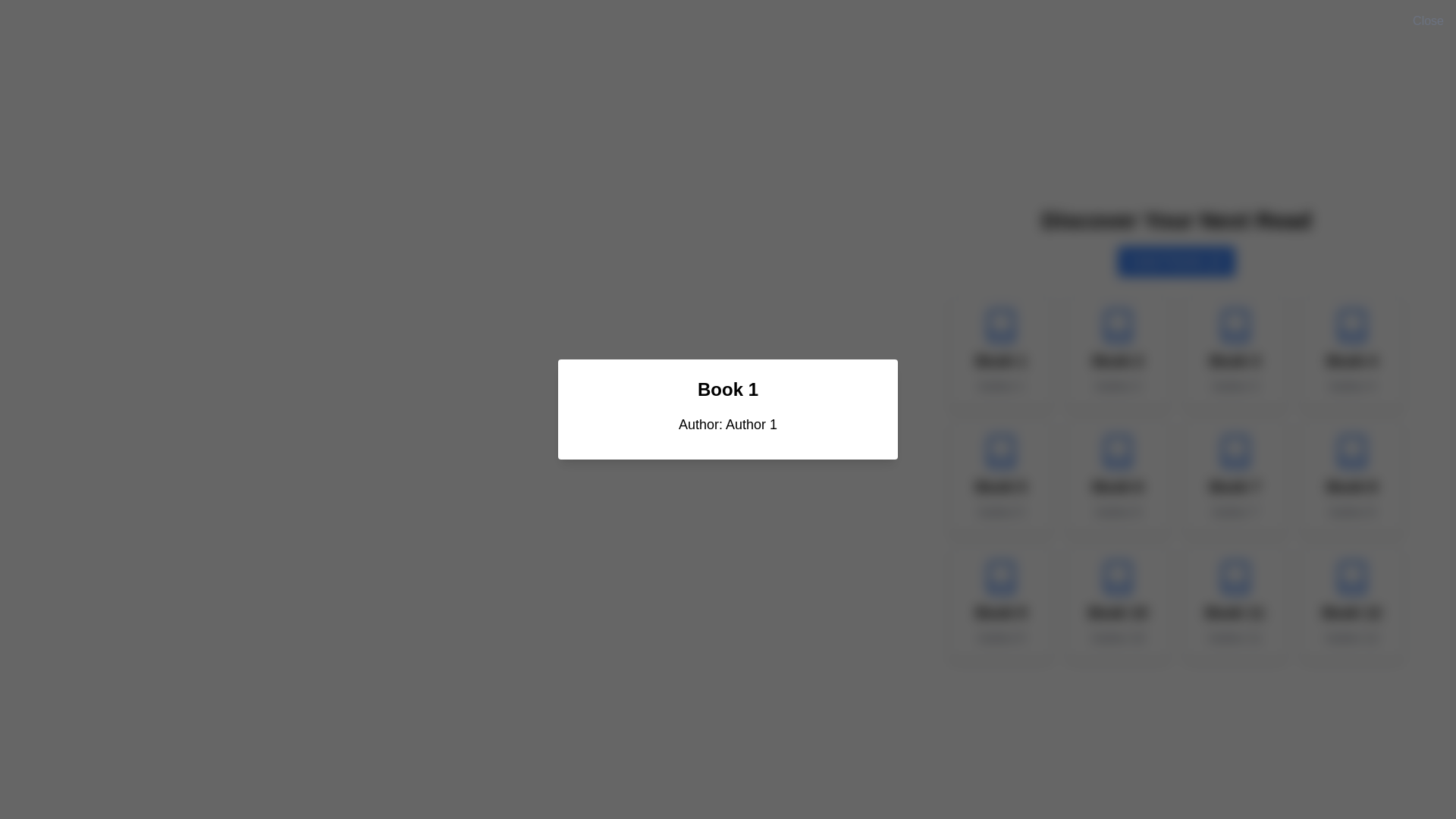  Describe the element at coordinates (1351, 451) in the screenshot. I see `the stylized book icon` at that location.